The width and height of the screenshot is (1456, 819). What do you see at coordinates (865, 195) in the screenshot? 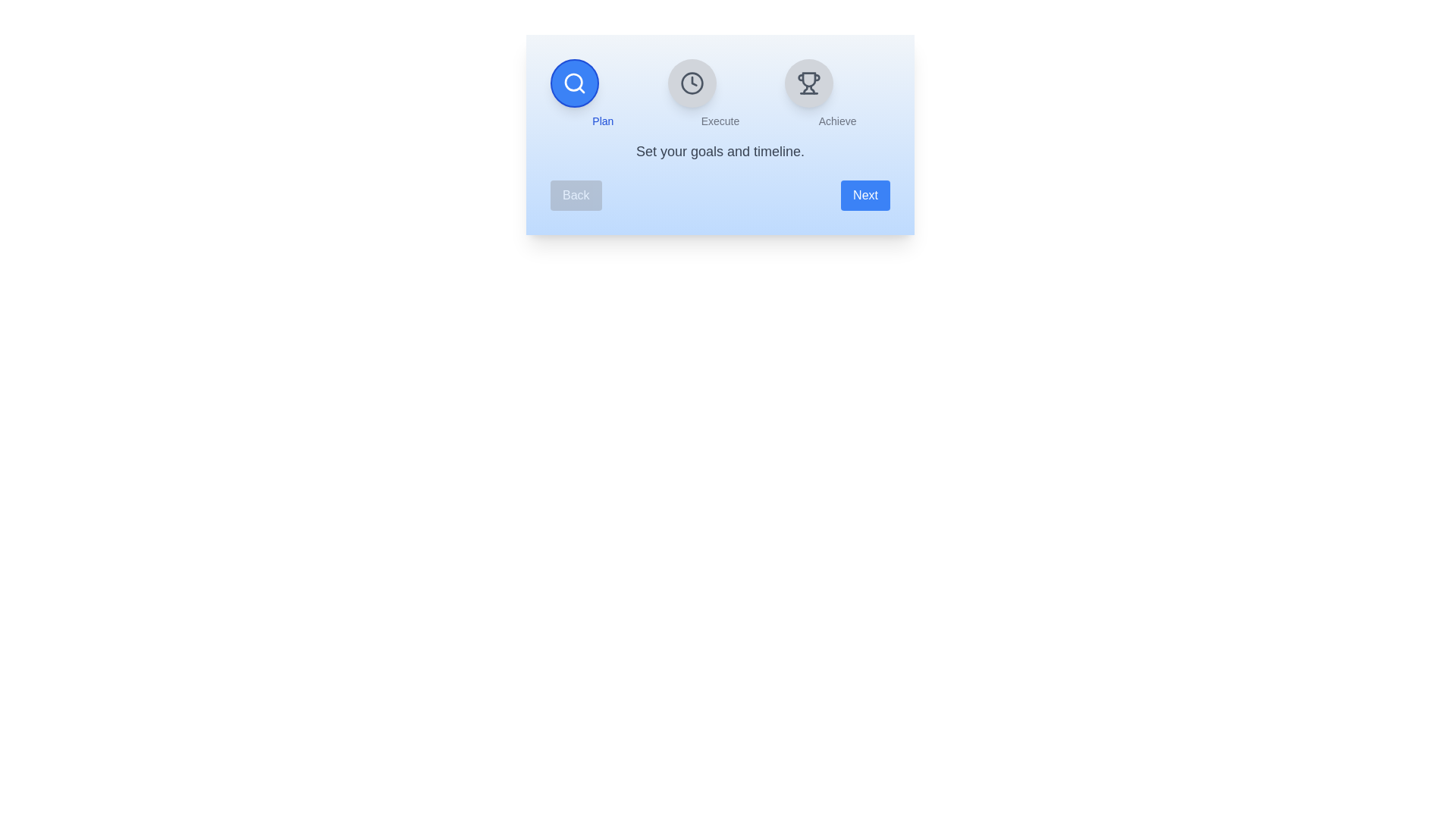
I see `the Next button to navigate between steps` at bounding box center [865, 195].